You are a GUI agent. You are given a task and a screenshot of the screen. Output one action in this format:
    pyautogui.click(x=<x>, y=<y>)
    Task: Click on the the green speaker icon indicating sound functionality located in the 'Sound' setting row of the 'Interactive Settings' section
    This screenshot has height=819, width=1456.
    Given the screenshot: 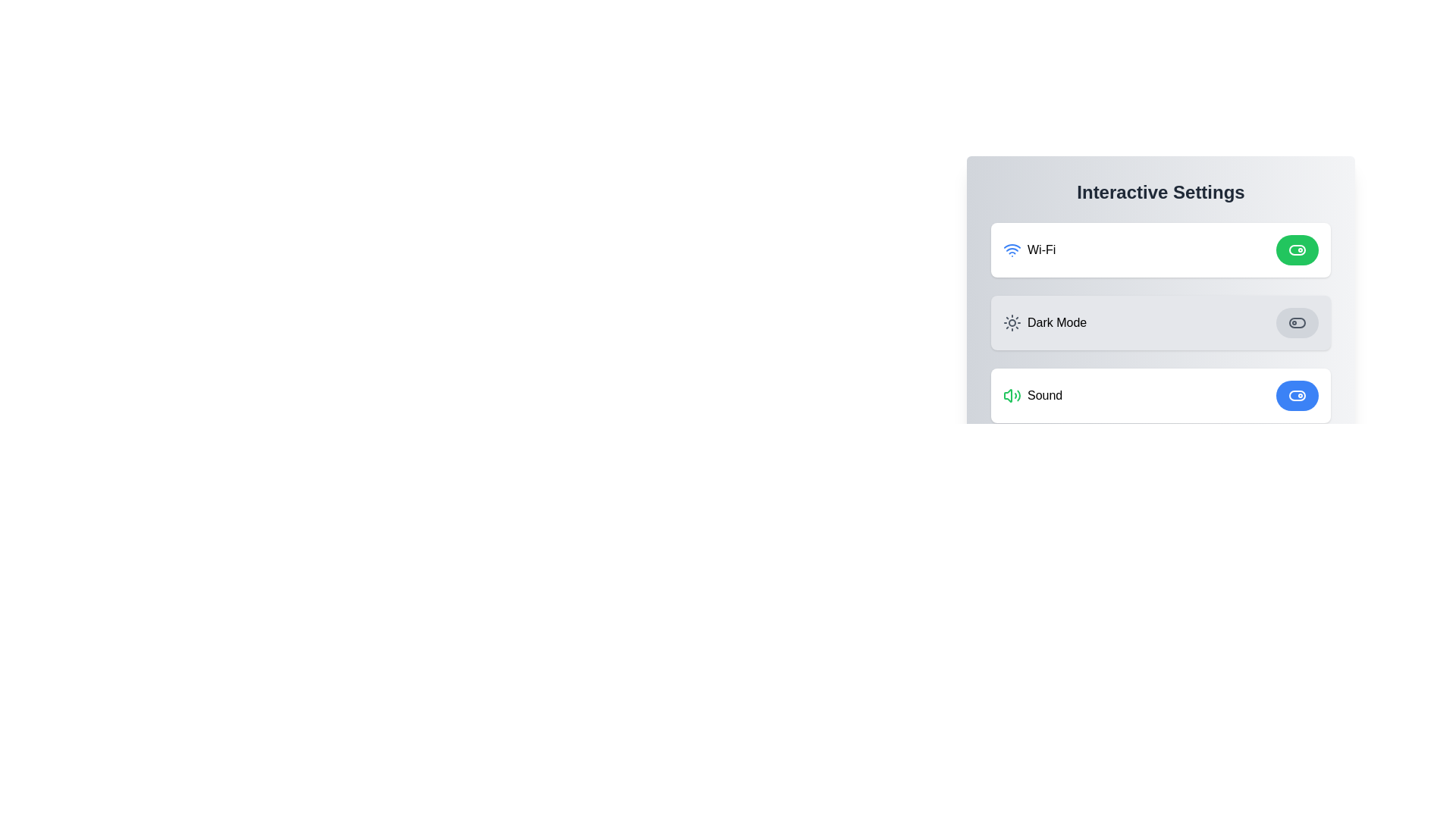 What is the action you would take?
    pyautogui.click(x=1012, y=394)
    